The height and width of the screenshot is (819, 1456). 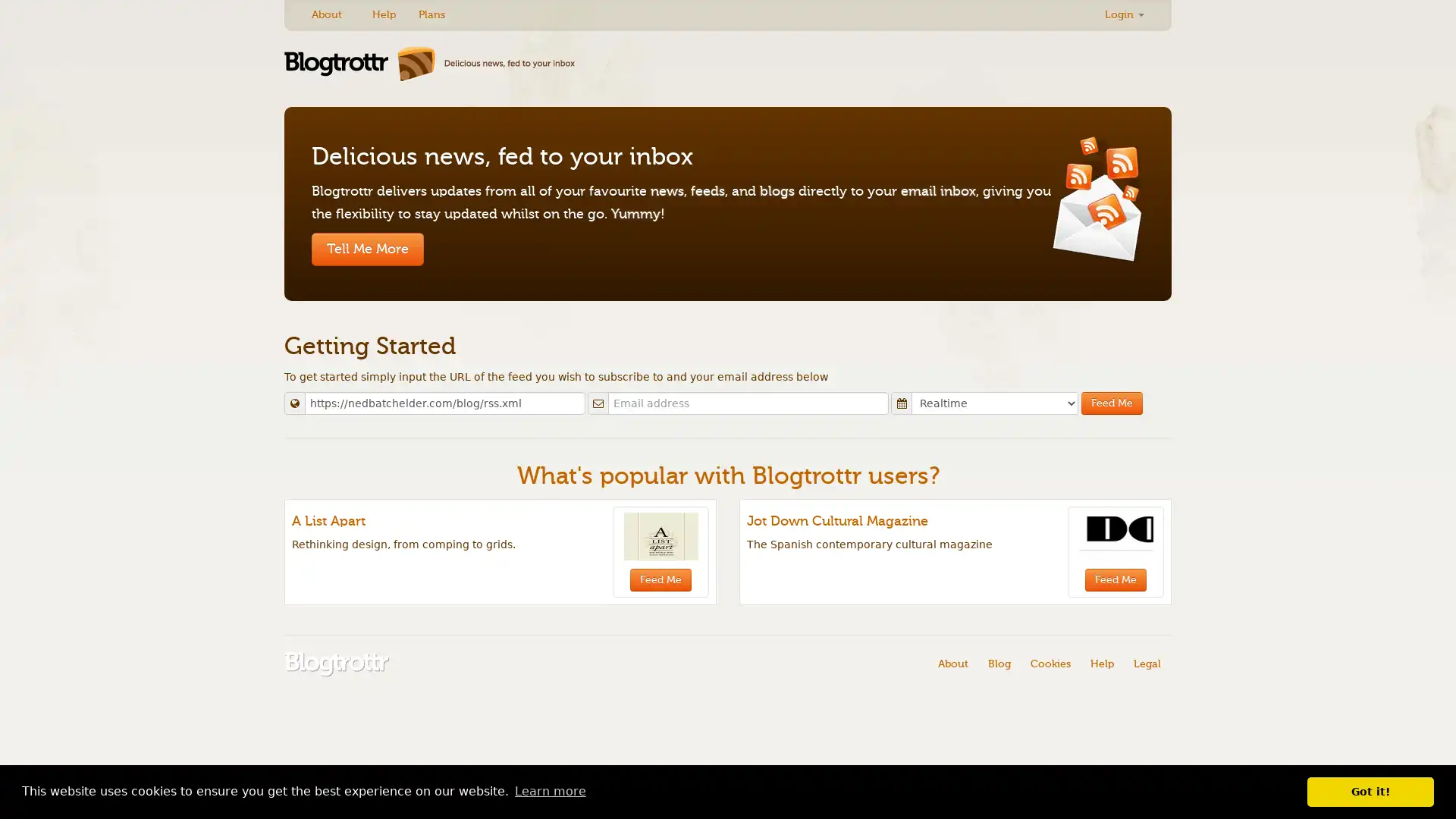 What do you see at coordinates (1112, 403) in the screenshot?
I see `Feed Me` at bounding box center [1112, 403].